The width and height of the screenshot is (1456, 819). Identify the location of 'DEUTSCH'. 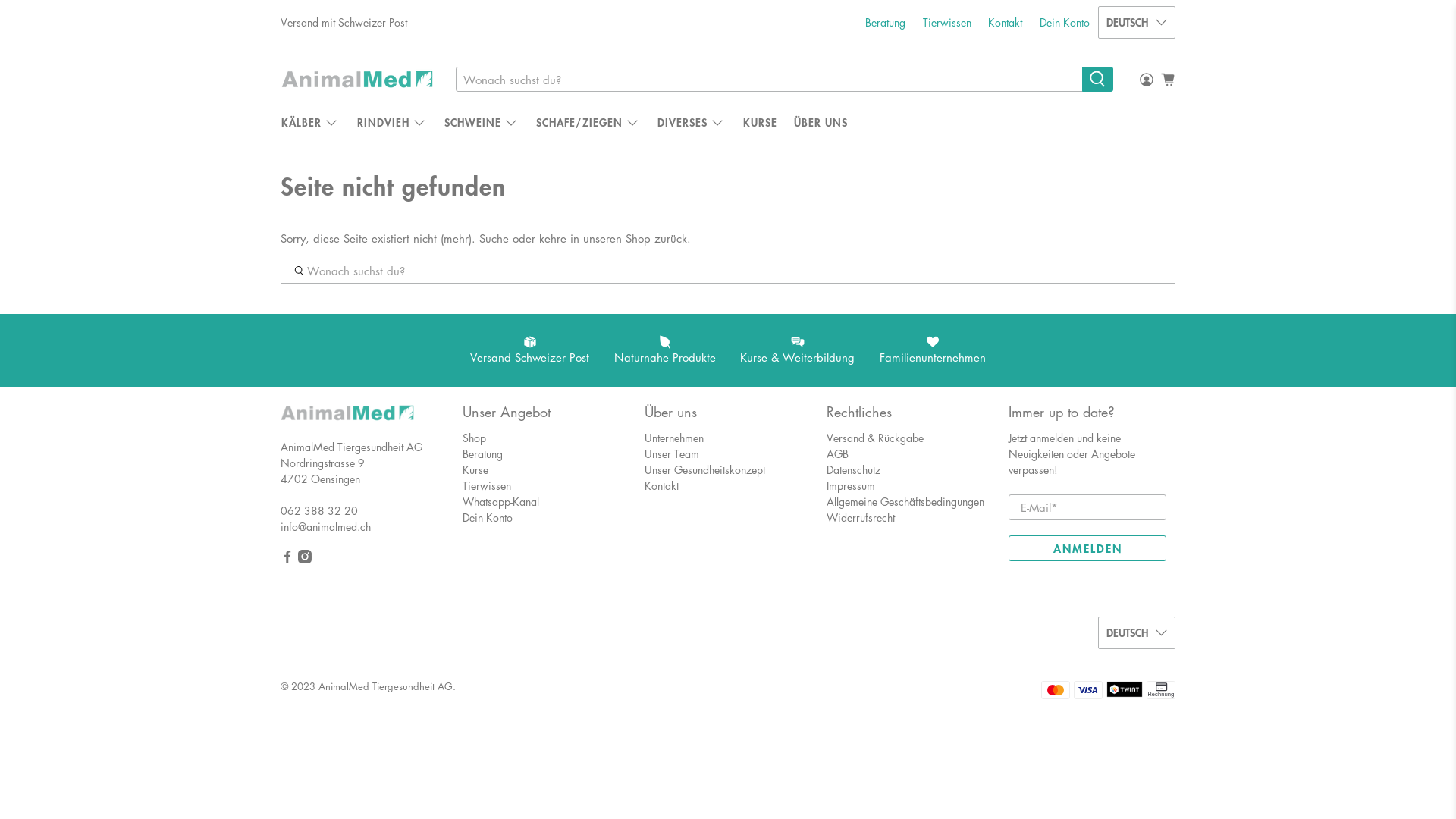
(1136, 22).